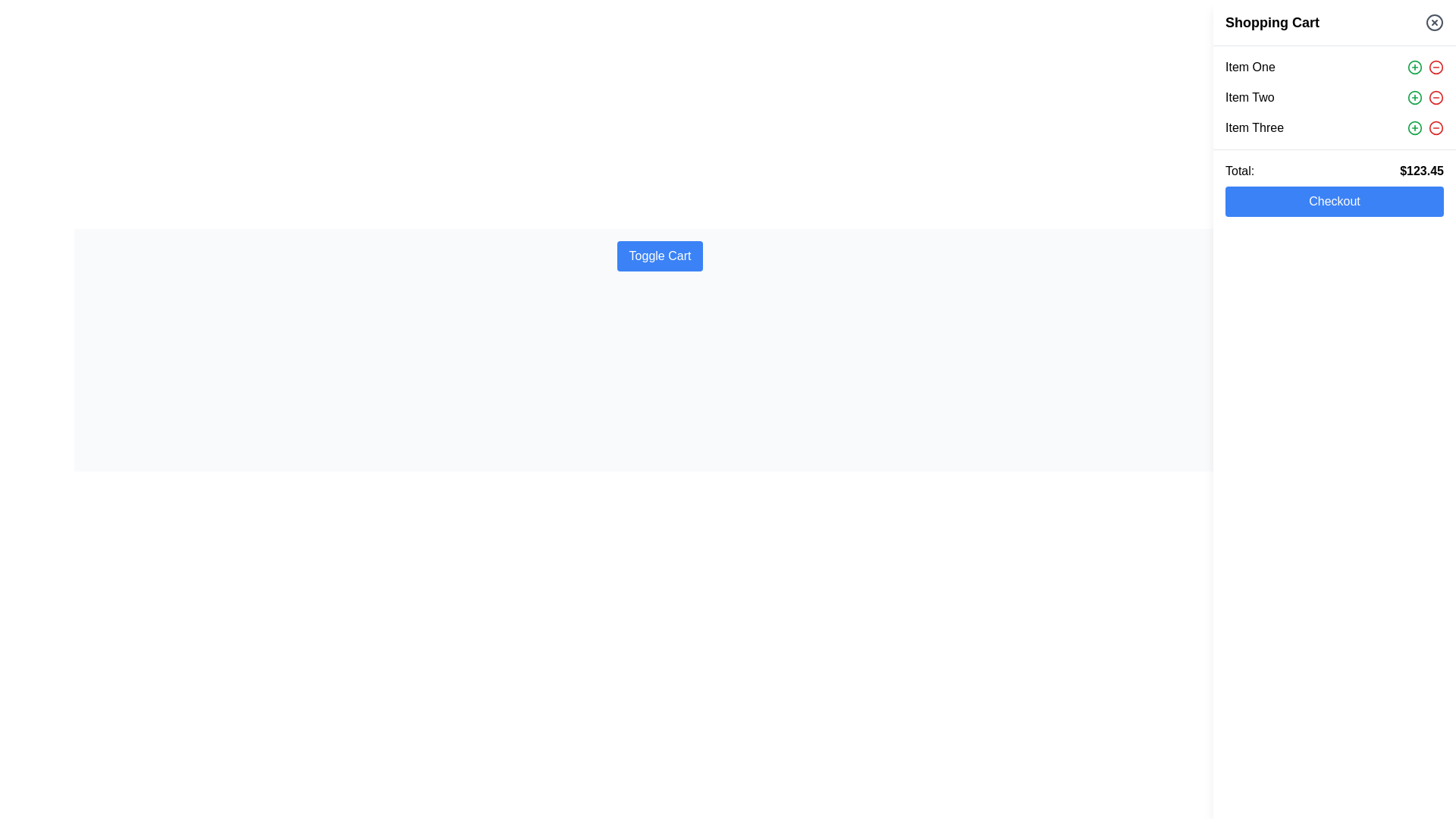 The height and width of the screenshot is (819, 1456). What do you see at coordinates (1436, 97) in the screenshot?
I see `the button that removes 'Item Two' from the shopping cart` at bounding box center [1436, 97].